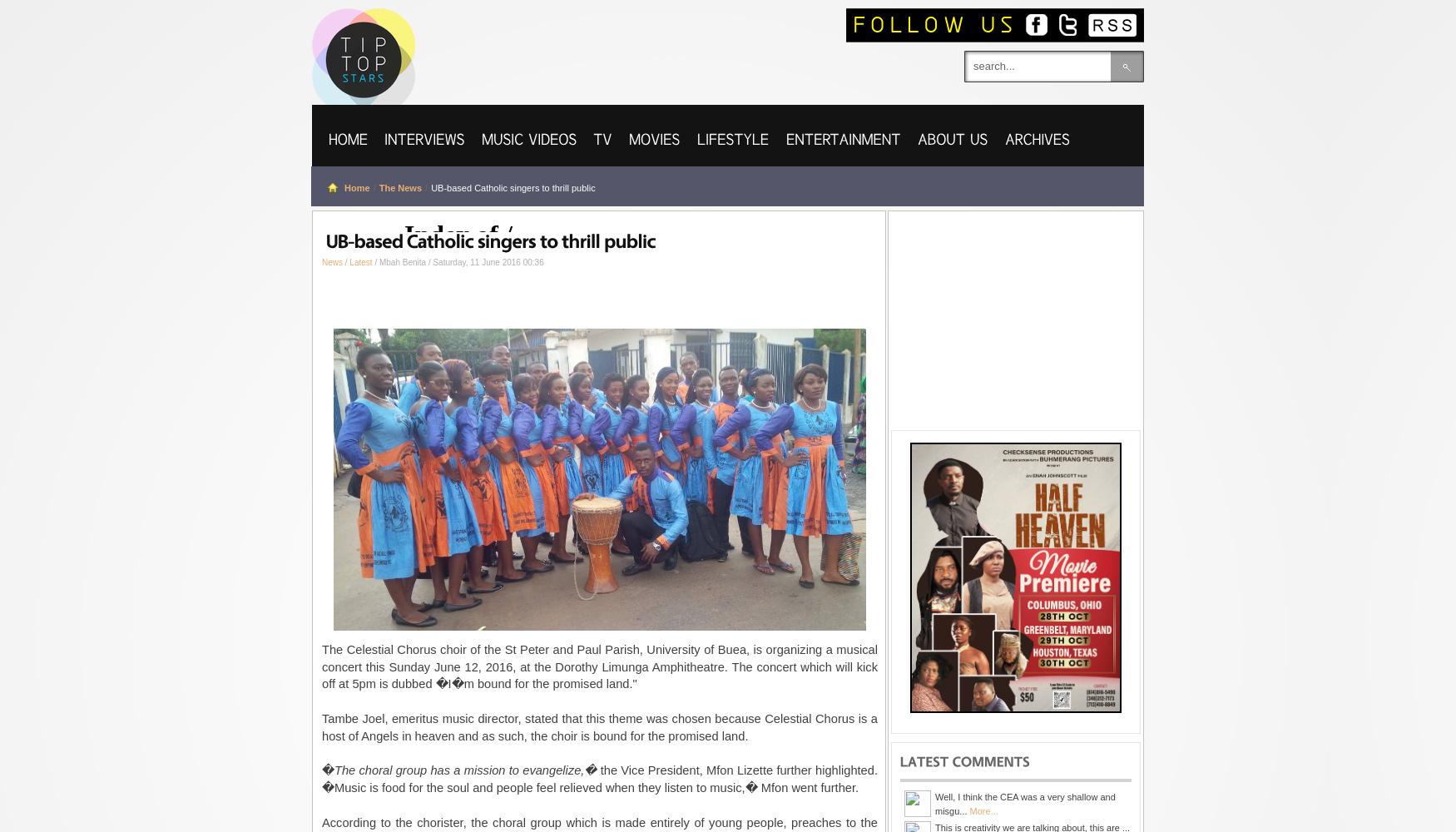 The height and width of the screenshot is (832, 1456). I want to click on 'Saturday, 11 June 2016 00:36', so click(488, 261).